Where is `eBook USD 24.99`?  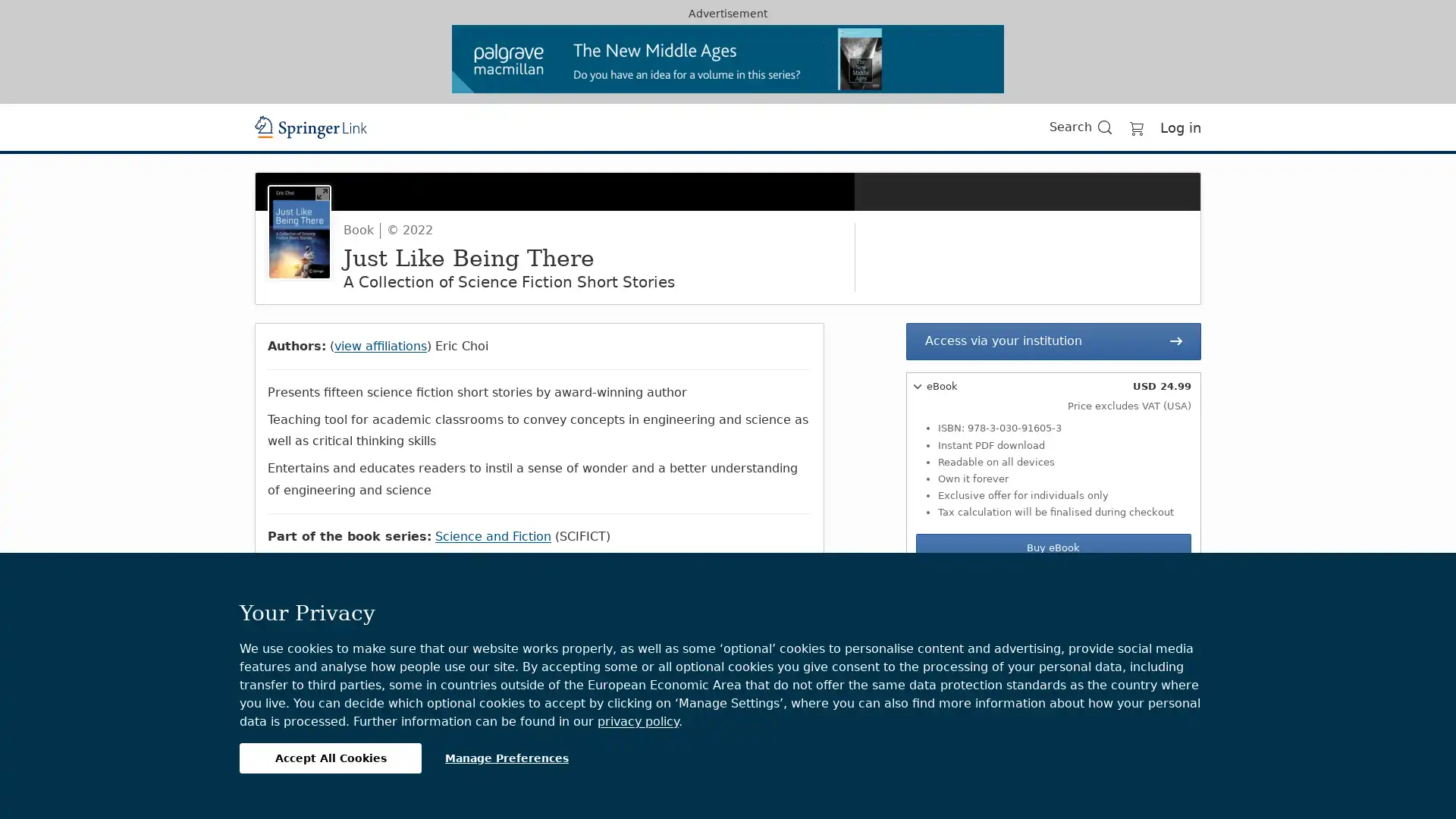 eBook USD 24.99 is located at coordinates (1052, 385).